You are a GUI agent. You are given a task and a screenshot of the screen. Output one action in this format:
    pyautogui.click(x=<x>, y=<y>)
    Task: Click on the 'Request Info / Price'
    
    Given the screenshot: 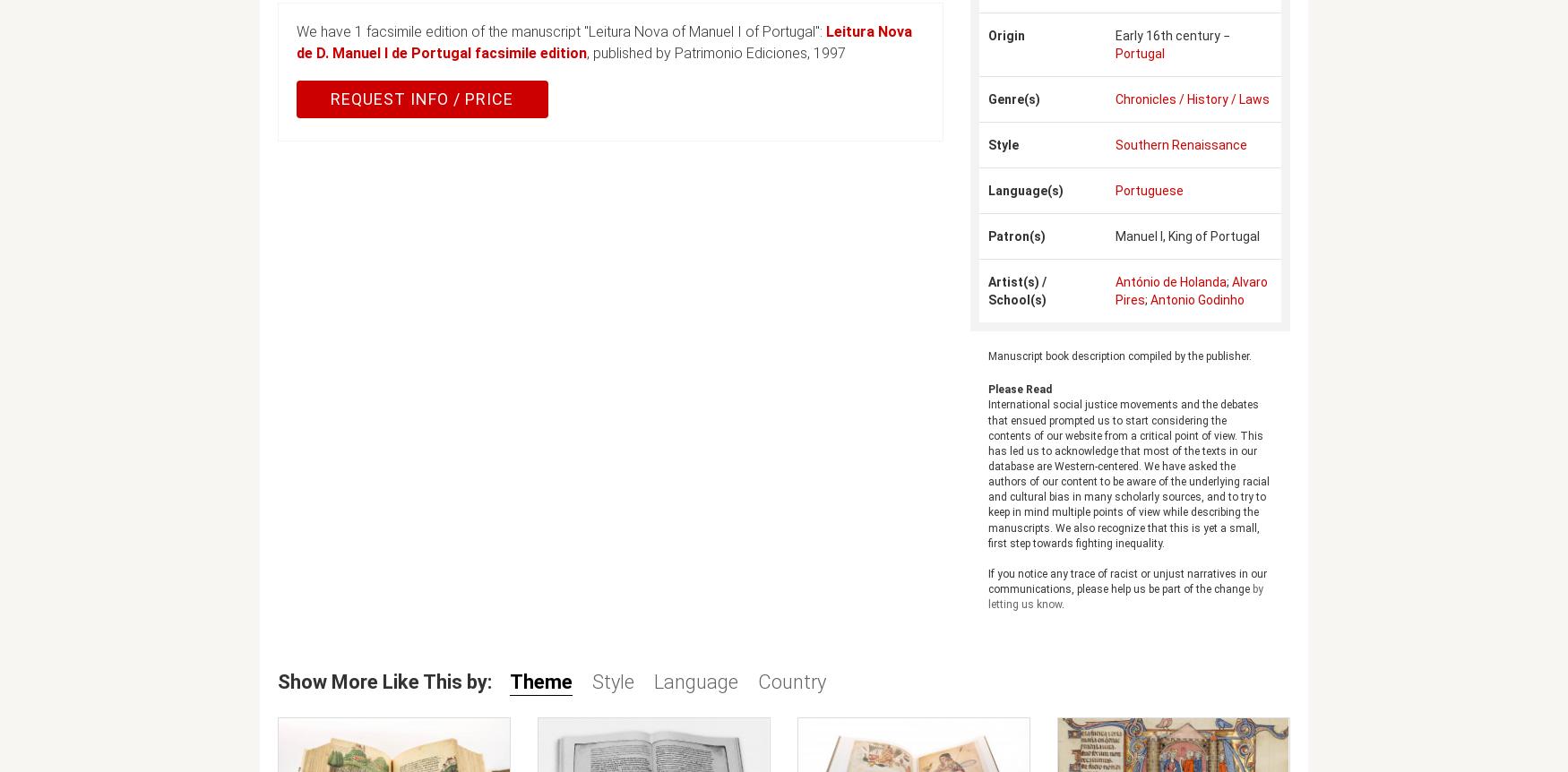 What is the action you would take?
    pyautogui.click(x=421, y=98)
    